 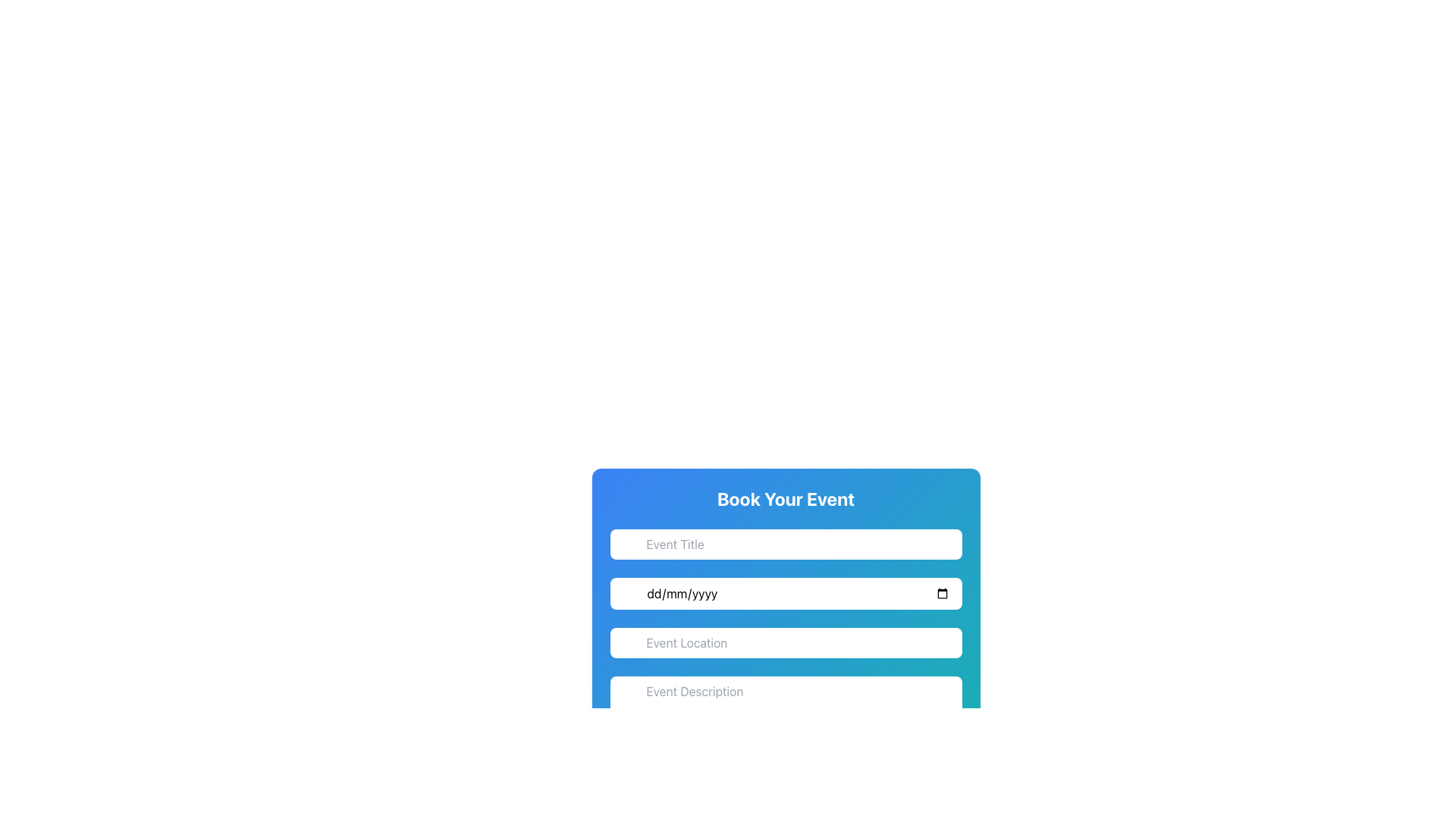 I want to click on the text input field labeled 'Event Location', so click(x=786, y=652).